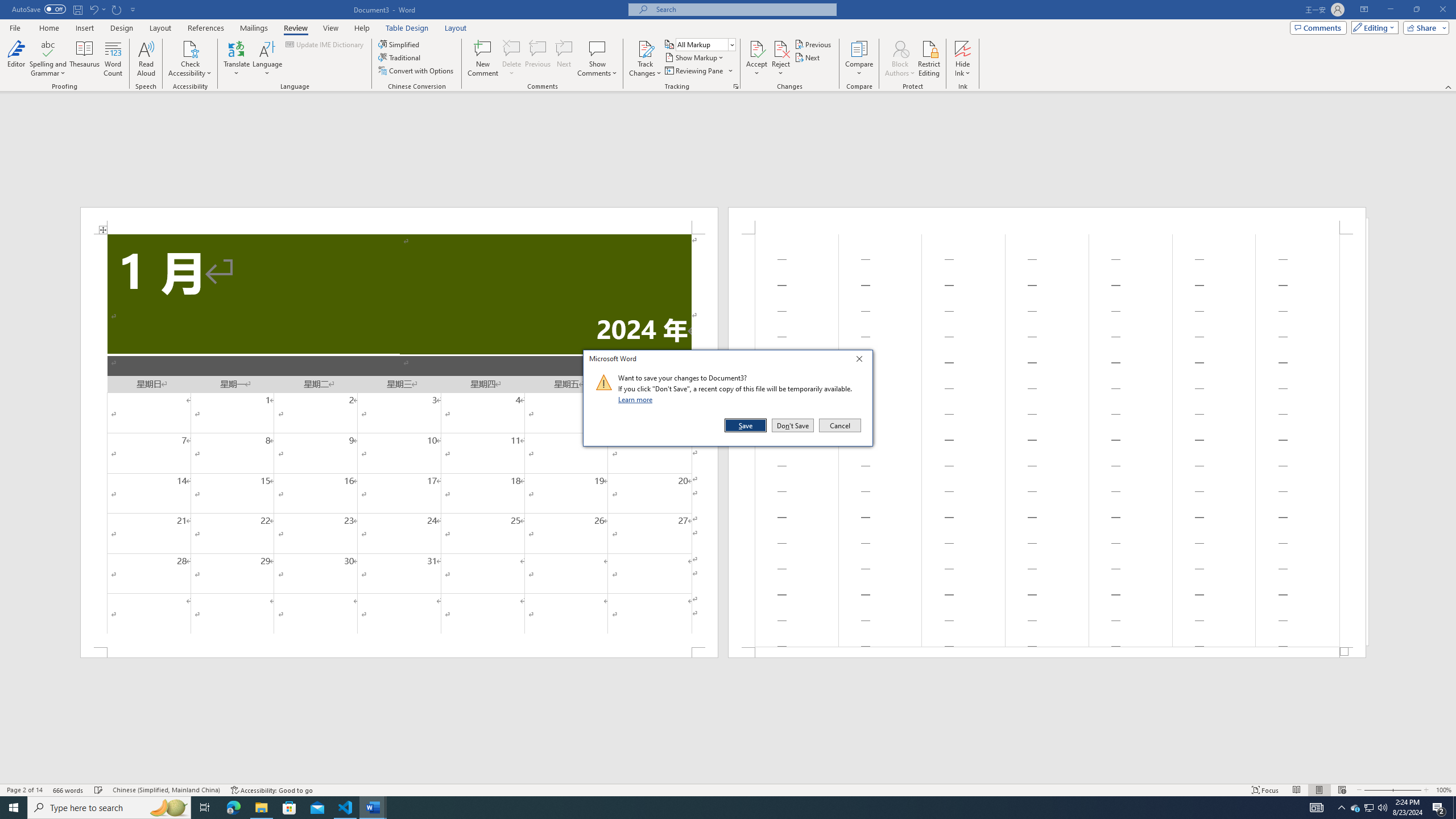 The width and height of the screenshot is (1456, 819). Describe the element at coordinates (267, 59) in the screenshot. I see `'Language'` at that location.